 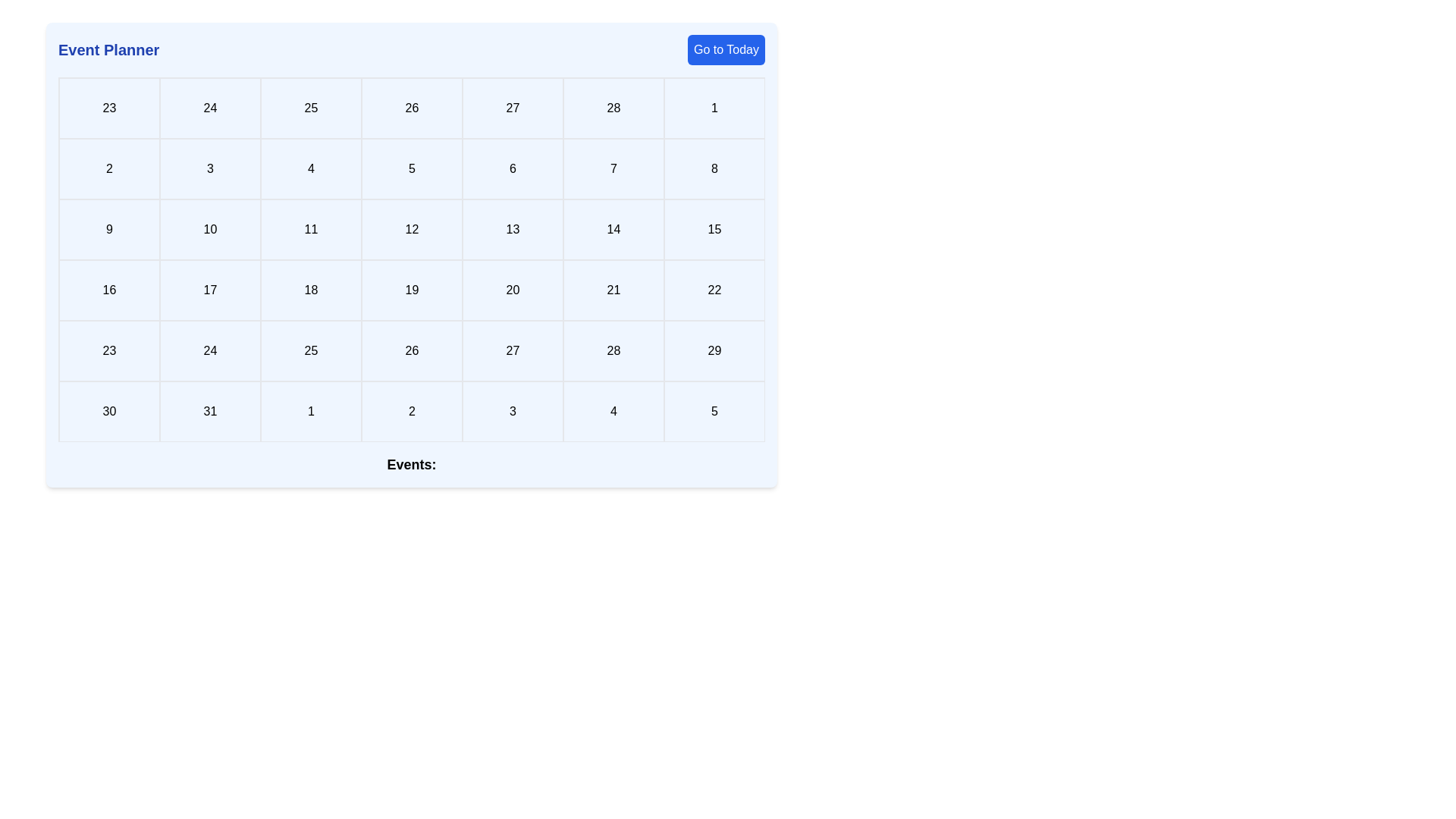 I want to click on the calendar cell displaying the number '5', so click(x=412, y=169).